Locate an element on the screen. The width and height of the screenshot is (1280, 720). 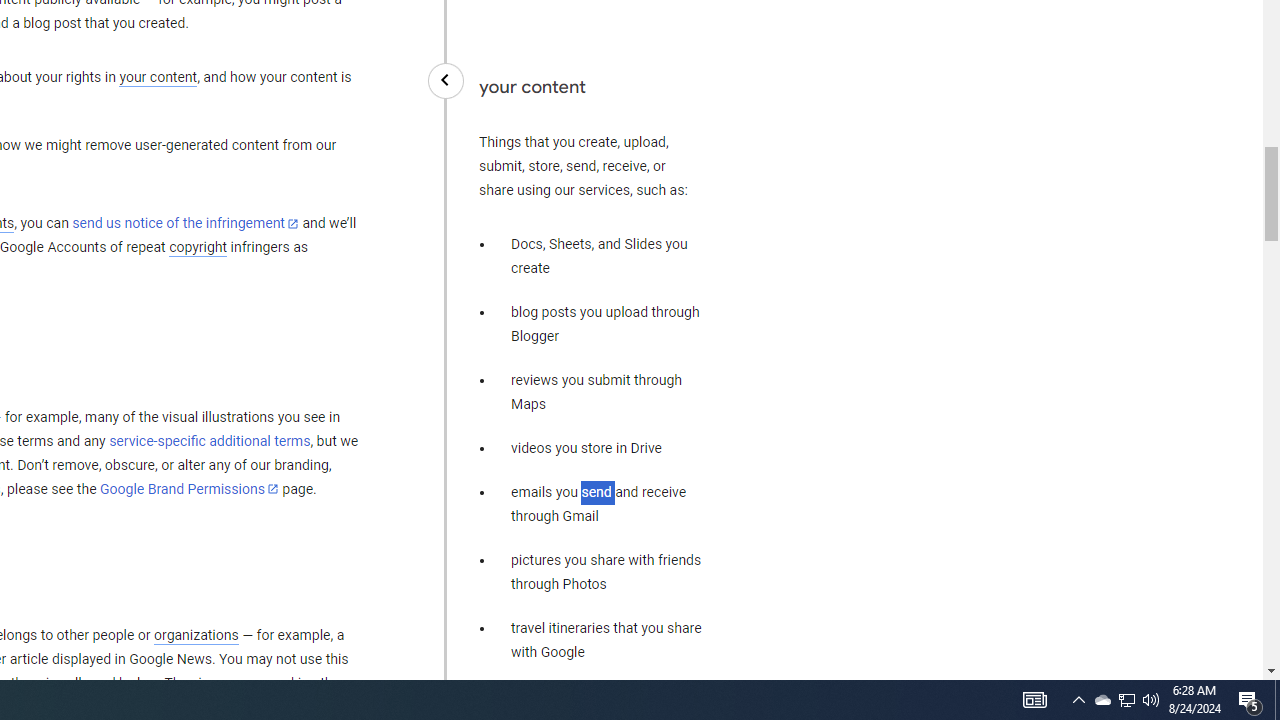
'service-specific additional terms' is located at coordinates (209, 440).